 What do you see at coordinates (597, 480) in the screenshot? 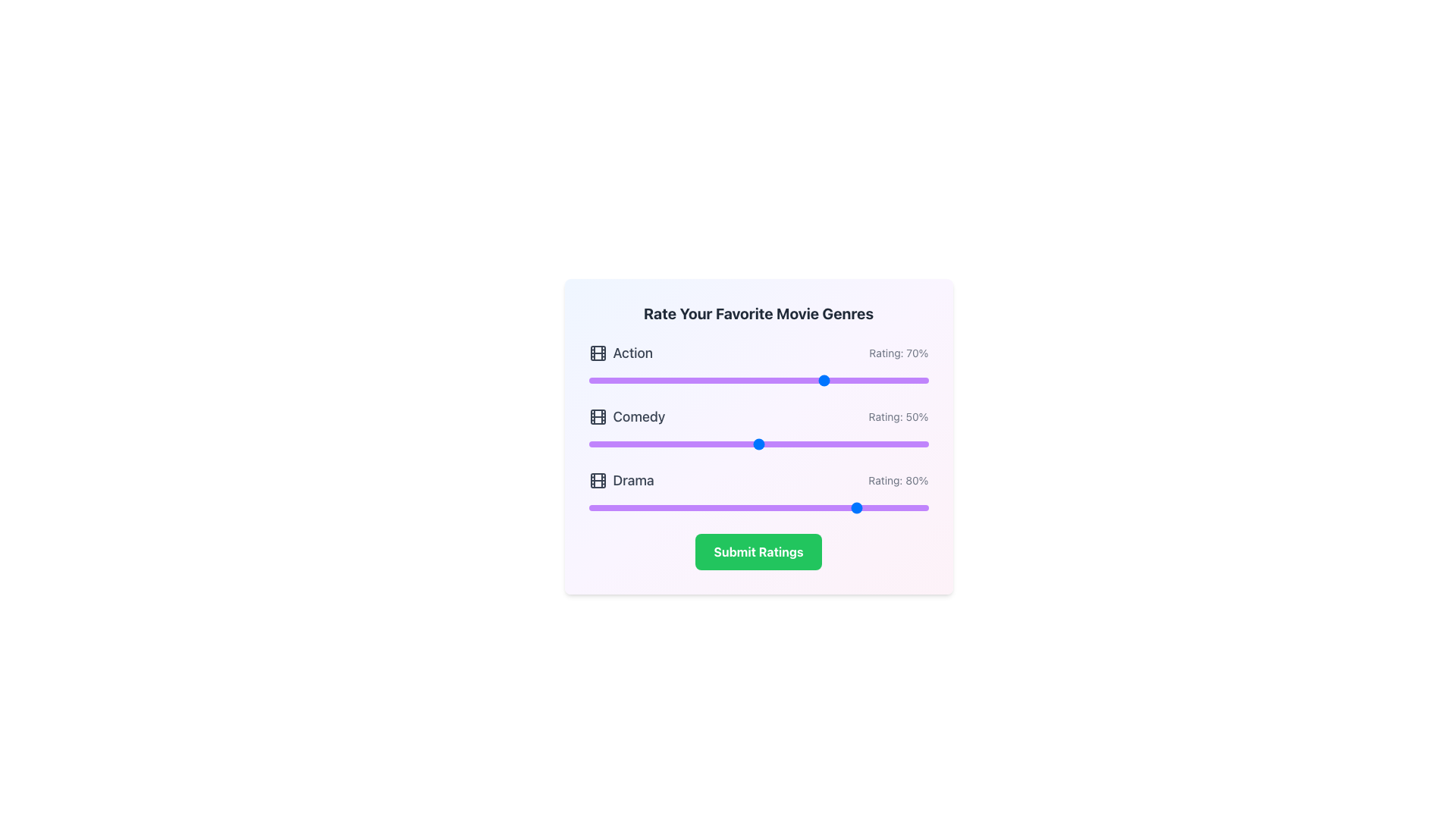
I see `the 'Drama' genre icon, which visually represents the genre within the rating interface and is aligned with other genre icons in the grid` at bounding box center [597, 480].